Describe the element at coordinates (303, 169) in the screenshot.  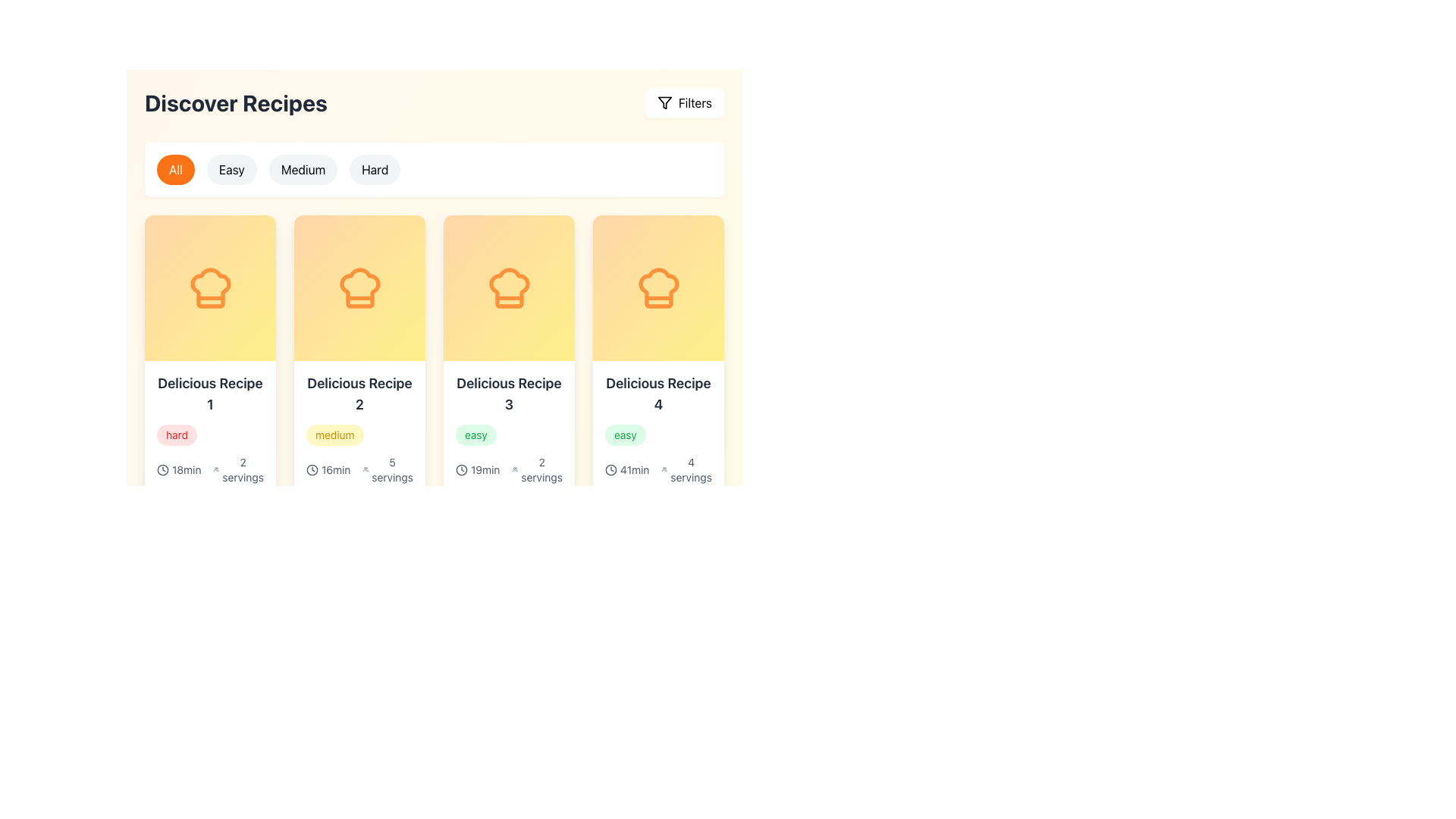
I see `the 'Medium' button, which is the third button in a row of four` at that location.